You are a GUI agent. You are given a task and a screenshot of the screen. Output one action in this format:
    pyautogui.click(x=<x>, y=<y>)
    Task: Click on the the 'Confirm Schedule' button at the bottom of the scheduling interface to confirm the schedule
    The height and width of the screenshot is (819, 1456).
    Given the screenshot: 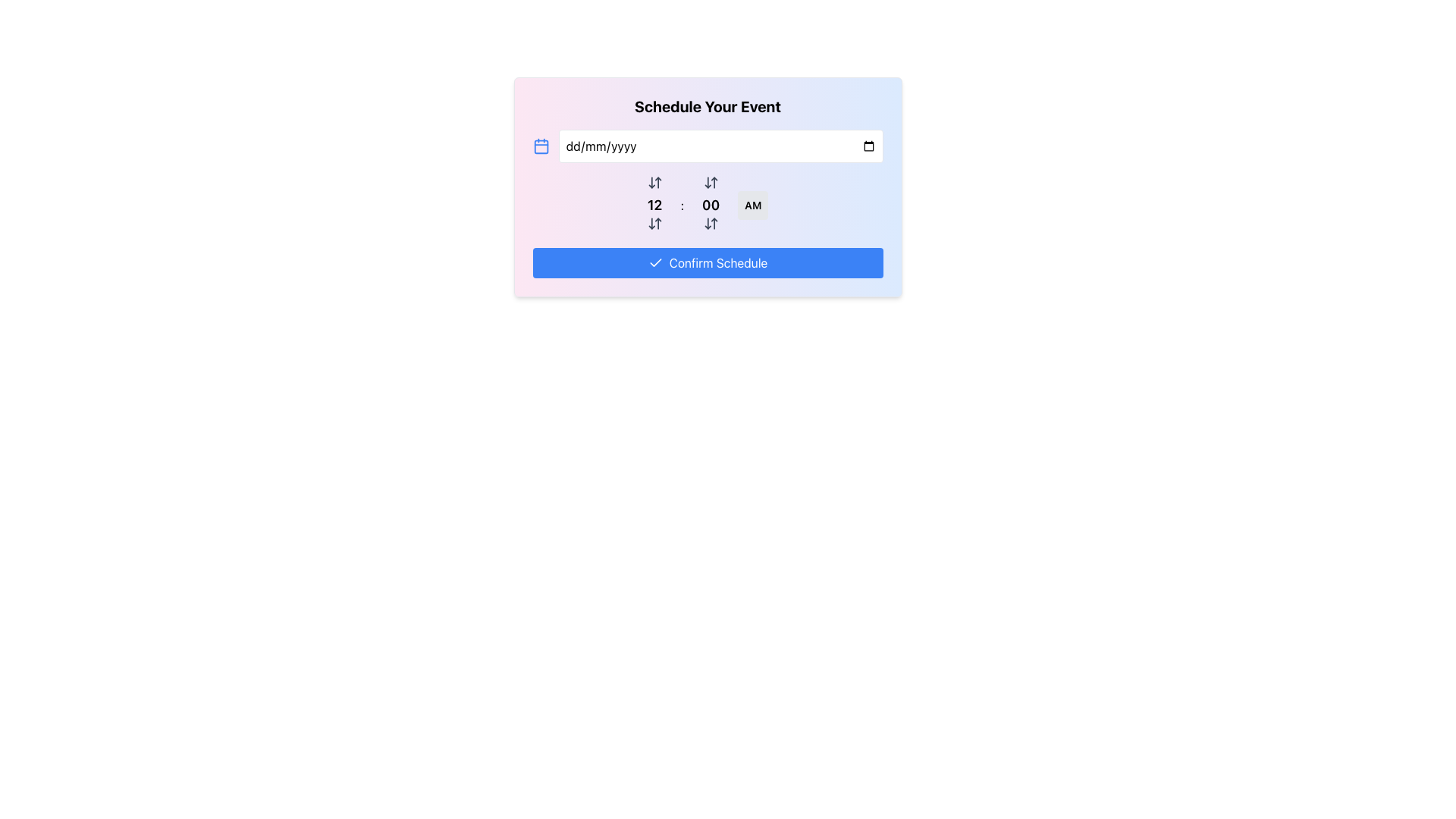 What is the action you would take?
    pyautogui.click(x=707, y=262)
    